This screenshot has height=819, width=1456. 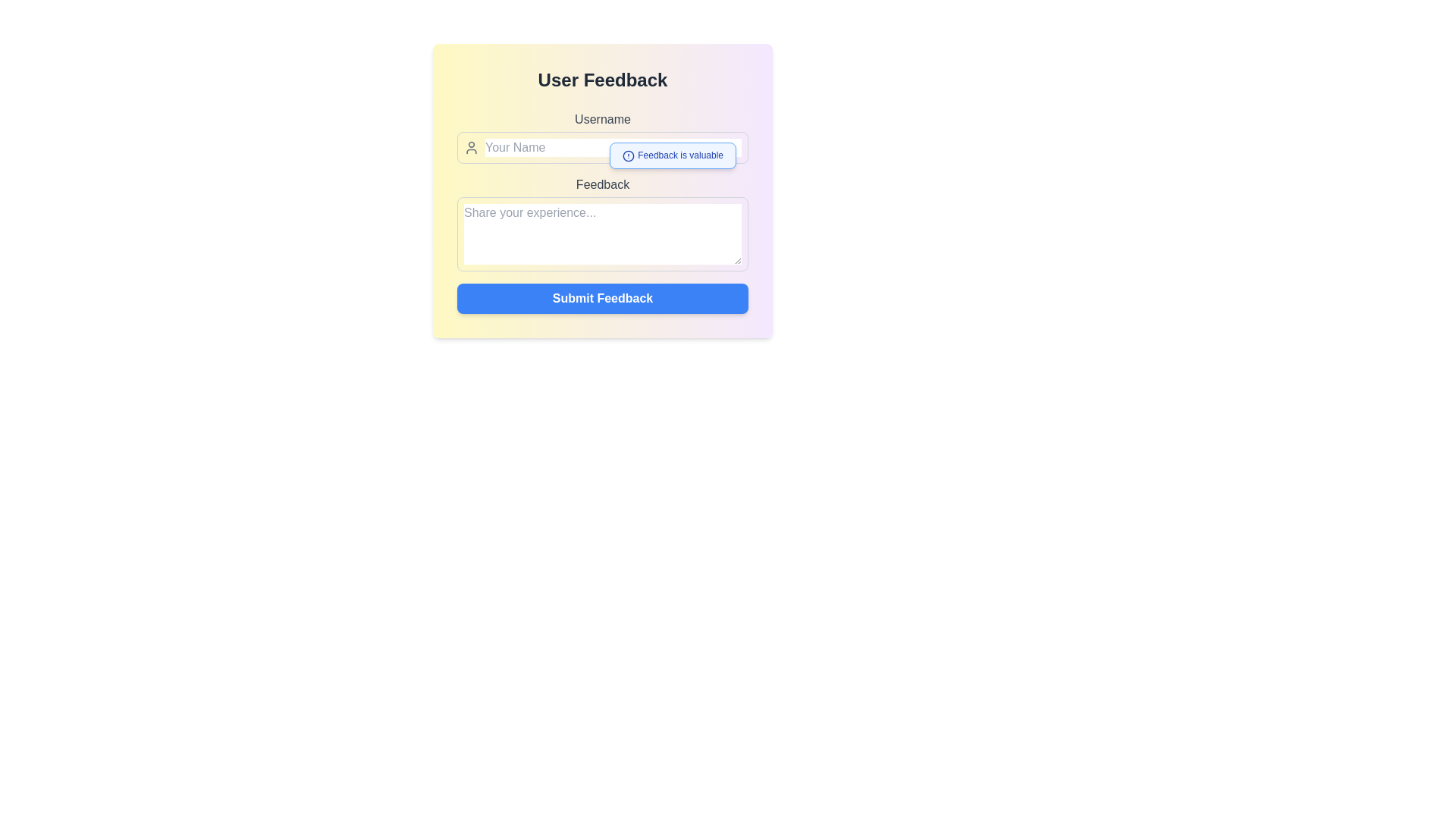 What do you see at coordinates (471, 148) in the screenshot?
I see `the small user profile icon with a gray outline and white interior, located to the left of the 'Your Name' text input field` at bounding box center [471, 148].